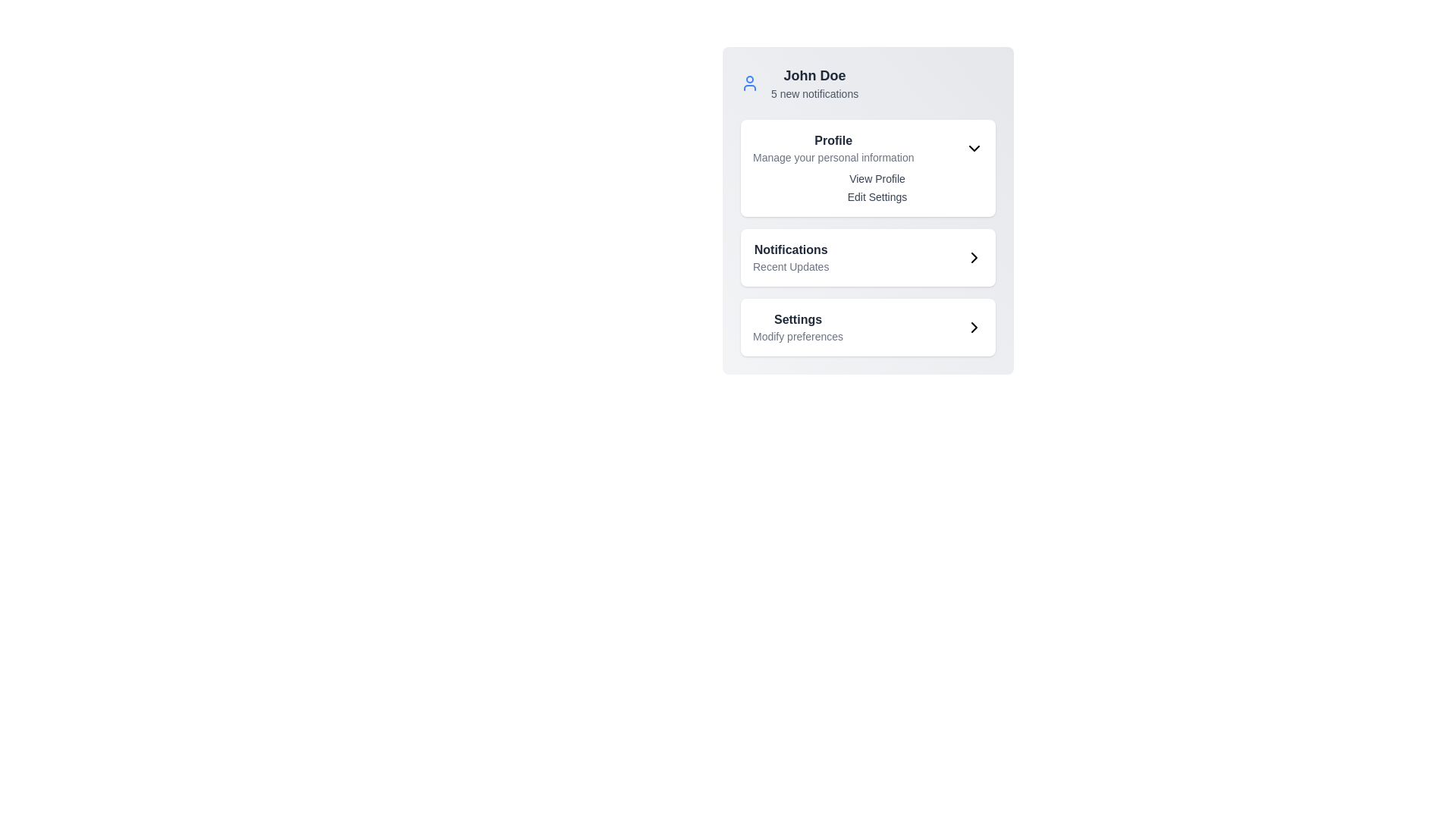 Image resolution: width=1456 pixels, height=819 pixels. I want to click on the 'View Profile' link located within the dropdown under the 'Profile' header, following 'Manage your personal information' and above the 'Notifications' section, so click(868, 187).